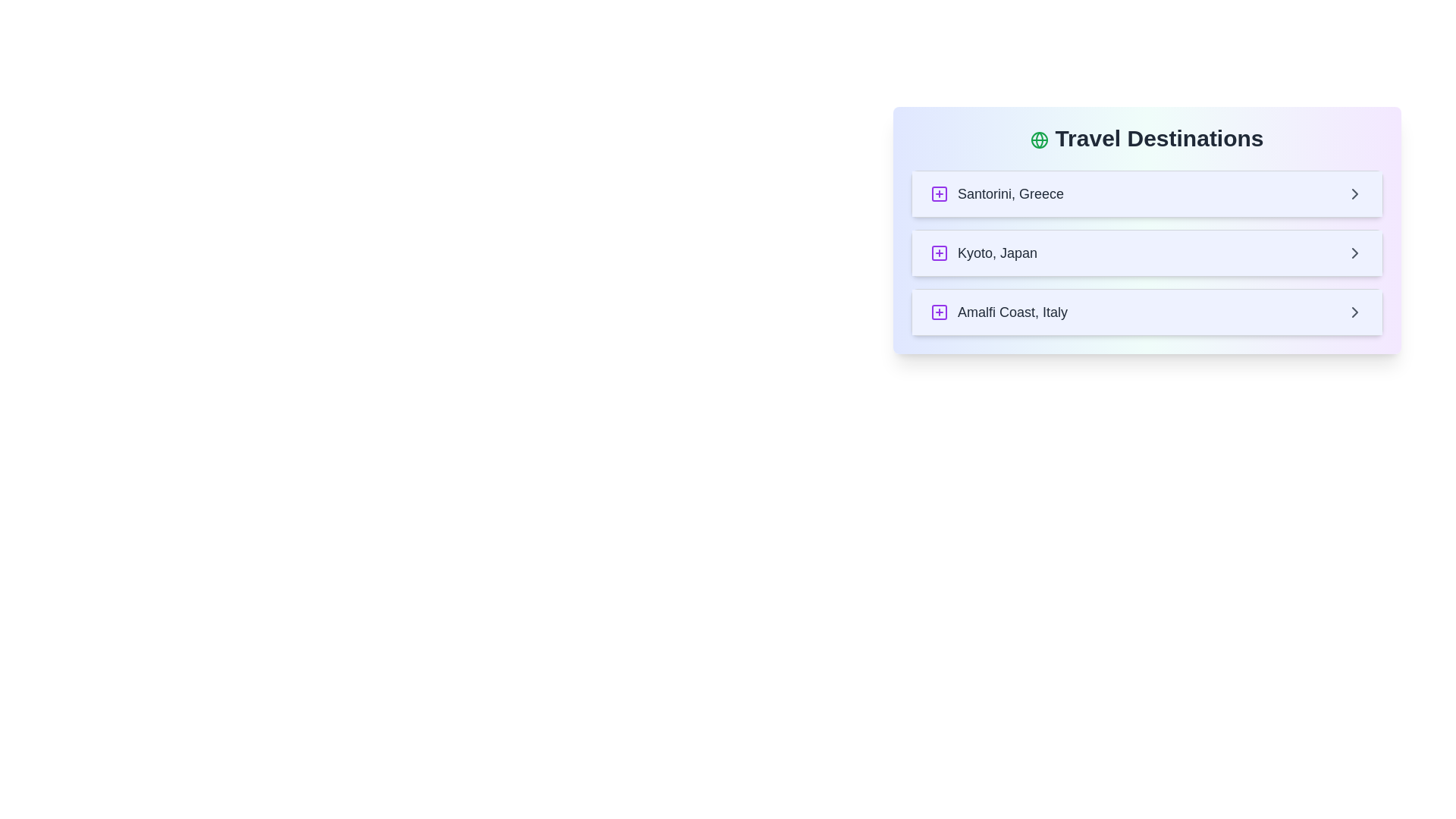 The width and height of the screenshot is (1456, 819). I want to click on the action button located to the left of the text 'Kyoto, Japan' on the second row of the travel destinations list, so click(938, 253).